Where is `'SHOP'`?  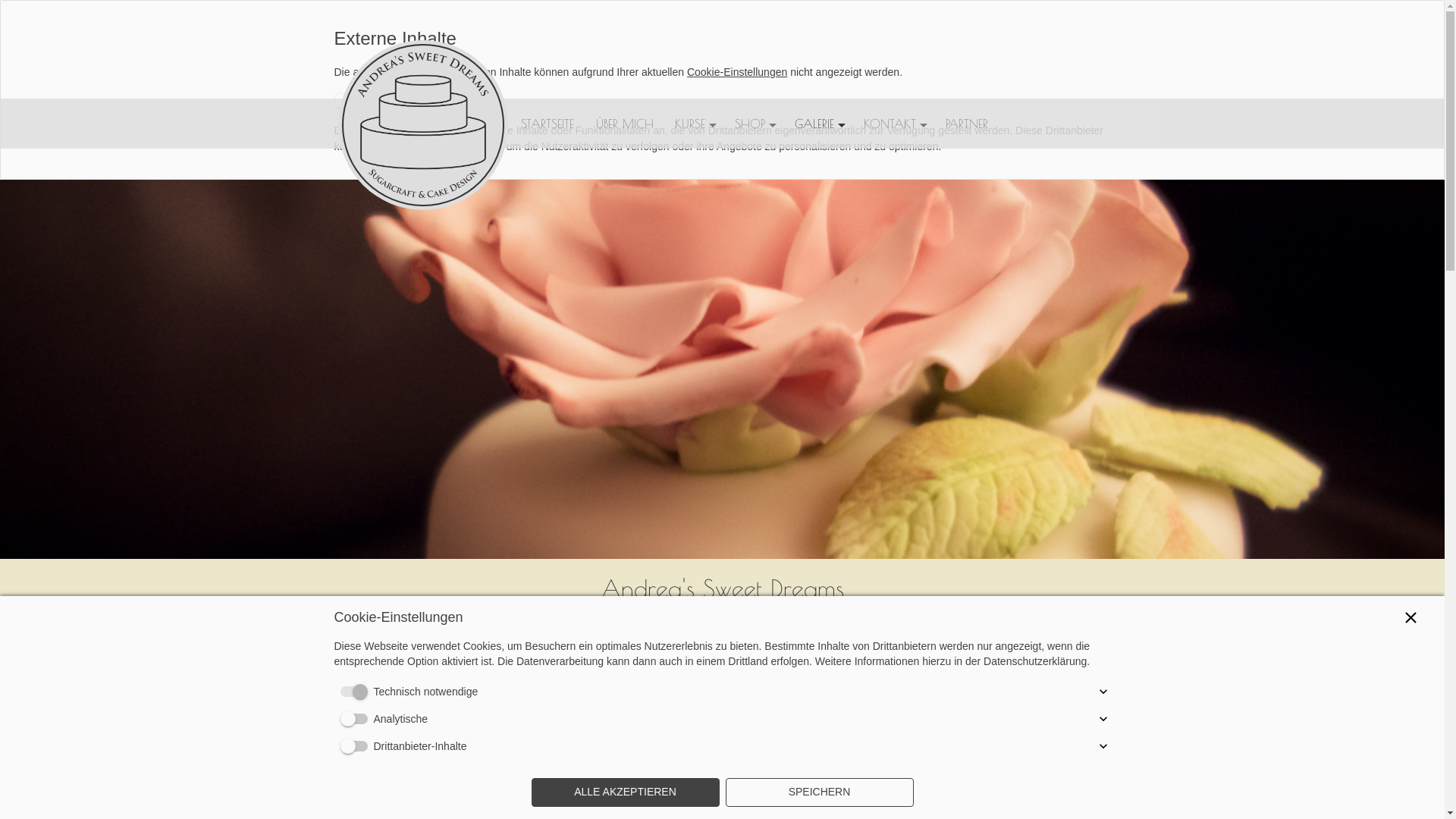 'SHOP' is located at coordinates (754, 122).